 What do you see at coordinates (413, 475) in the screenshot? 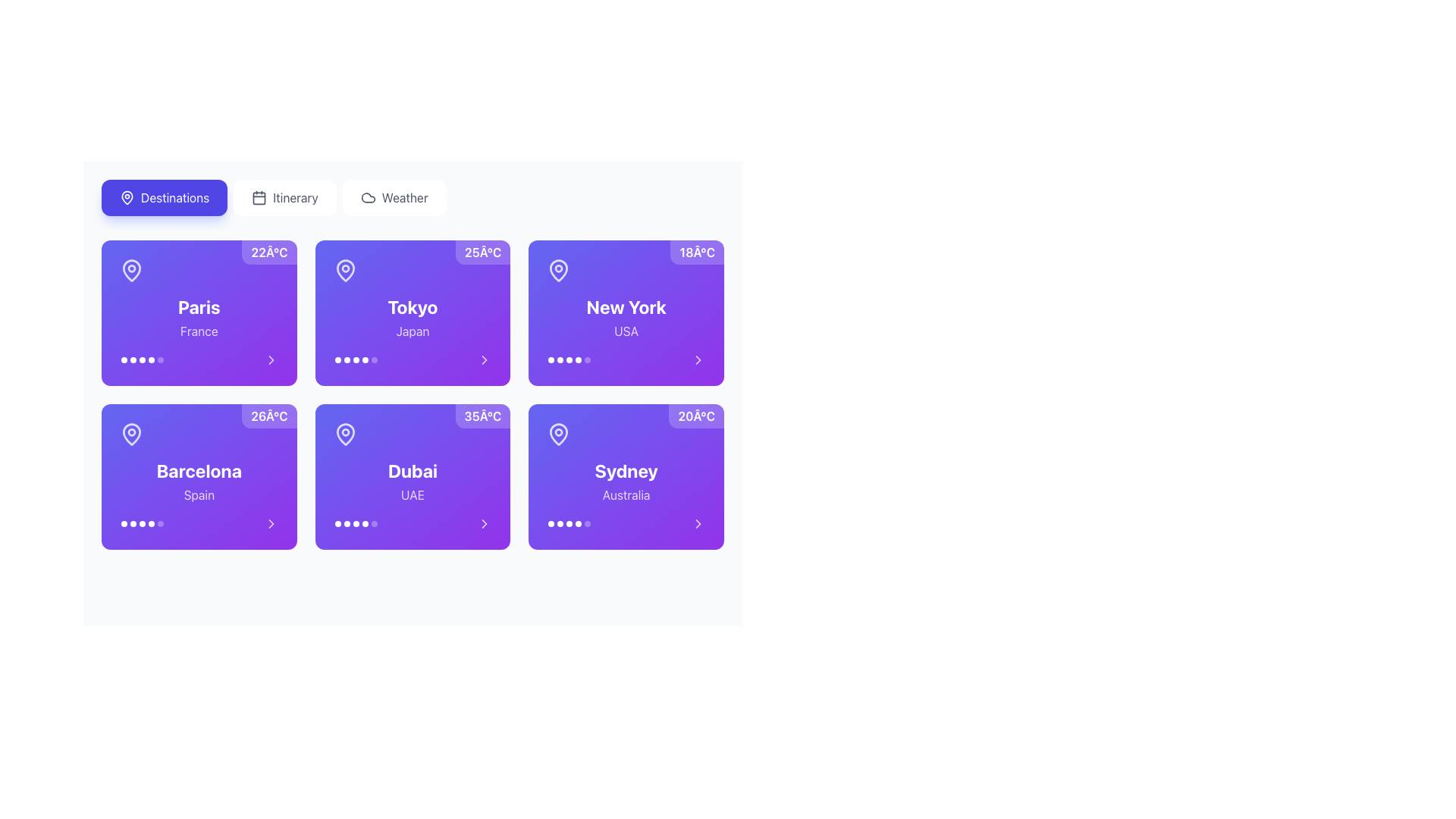
I see `the weather information card displaying data for 'Dubai', located in the second row, second column of the grid layout` at bounding box center [413, 475].